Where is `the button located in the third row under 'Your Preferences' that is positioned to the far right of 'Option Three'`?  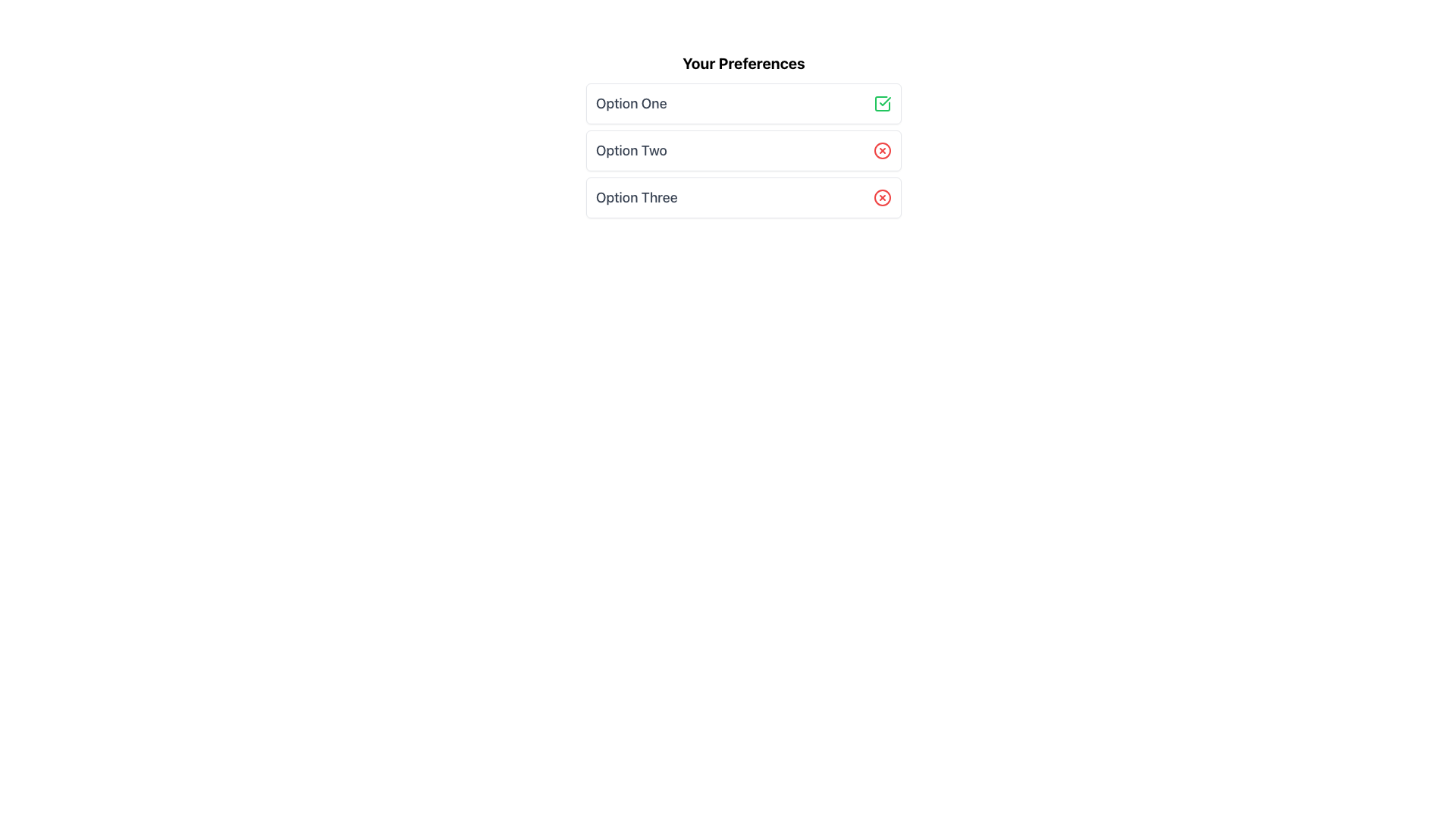
the button located in the third row under 'Your Preferences' that is positioned to the far right of 'Option Three' is located at coordinates (882, 197).